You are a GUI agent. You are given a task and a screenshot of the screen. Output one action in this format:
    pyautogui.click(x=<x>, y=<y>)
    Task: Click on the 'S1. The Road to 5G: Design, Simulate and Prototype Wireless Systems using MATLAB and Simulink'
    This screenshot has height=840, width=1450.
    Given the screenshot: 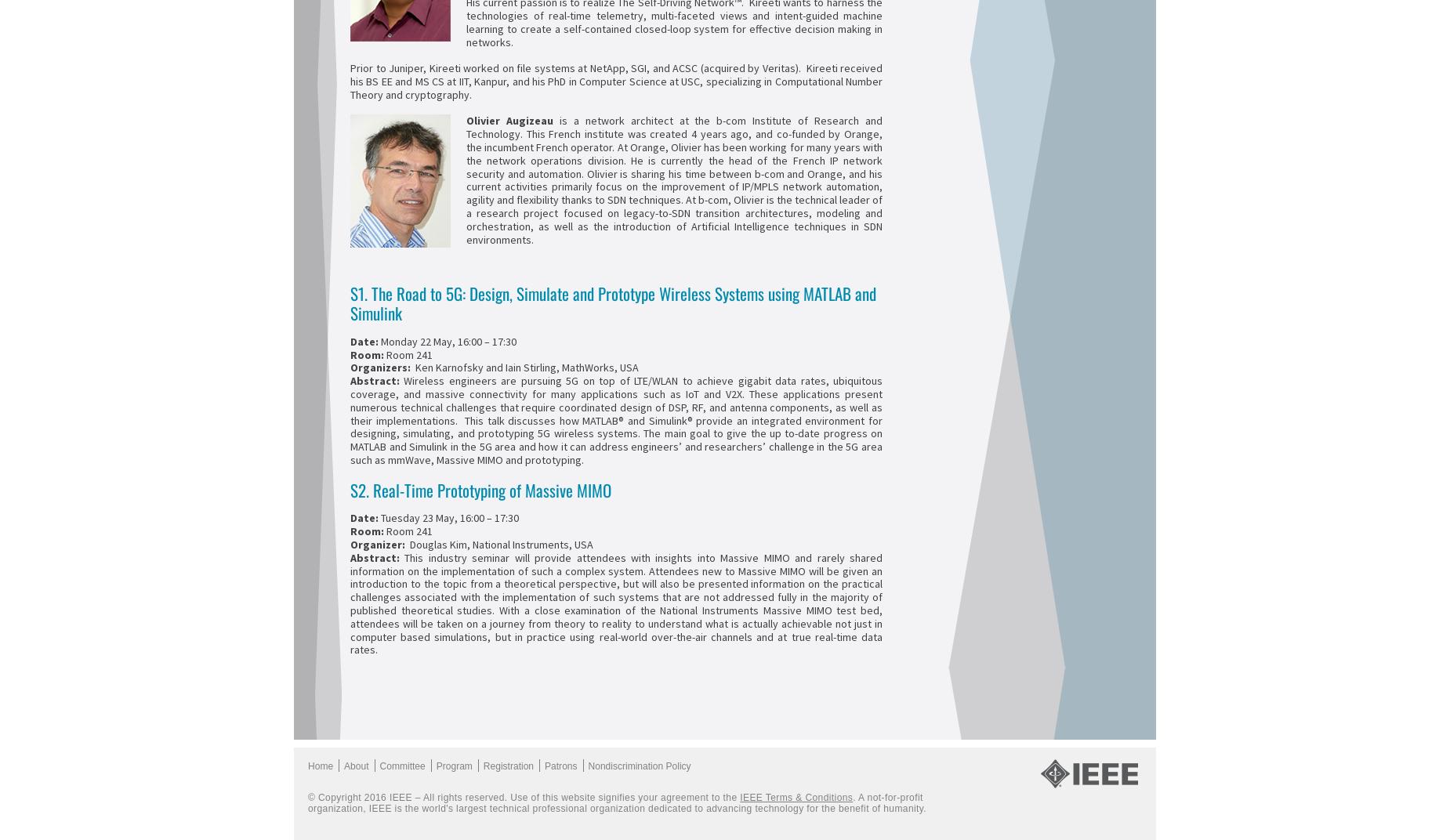 What is the action you would take?
    pyautogui.click(x=613, y=302)
    